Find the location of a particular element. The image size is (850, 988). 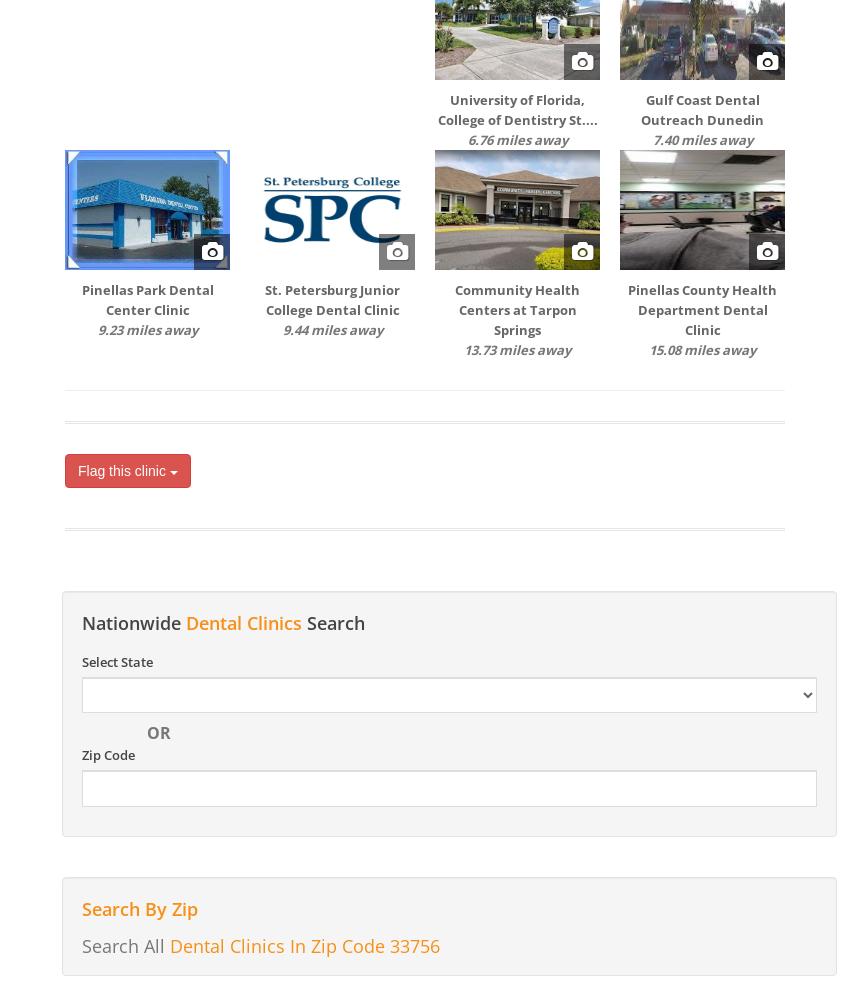

'Zip Code' is located at coordinates (107, 754).